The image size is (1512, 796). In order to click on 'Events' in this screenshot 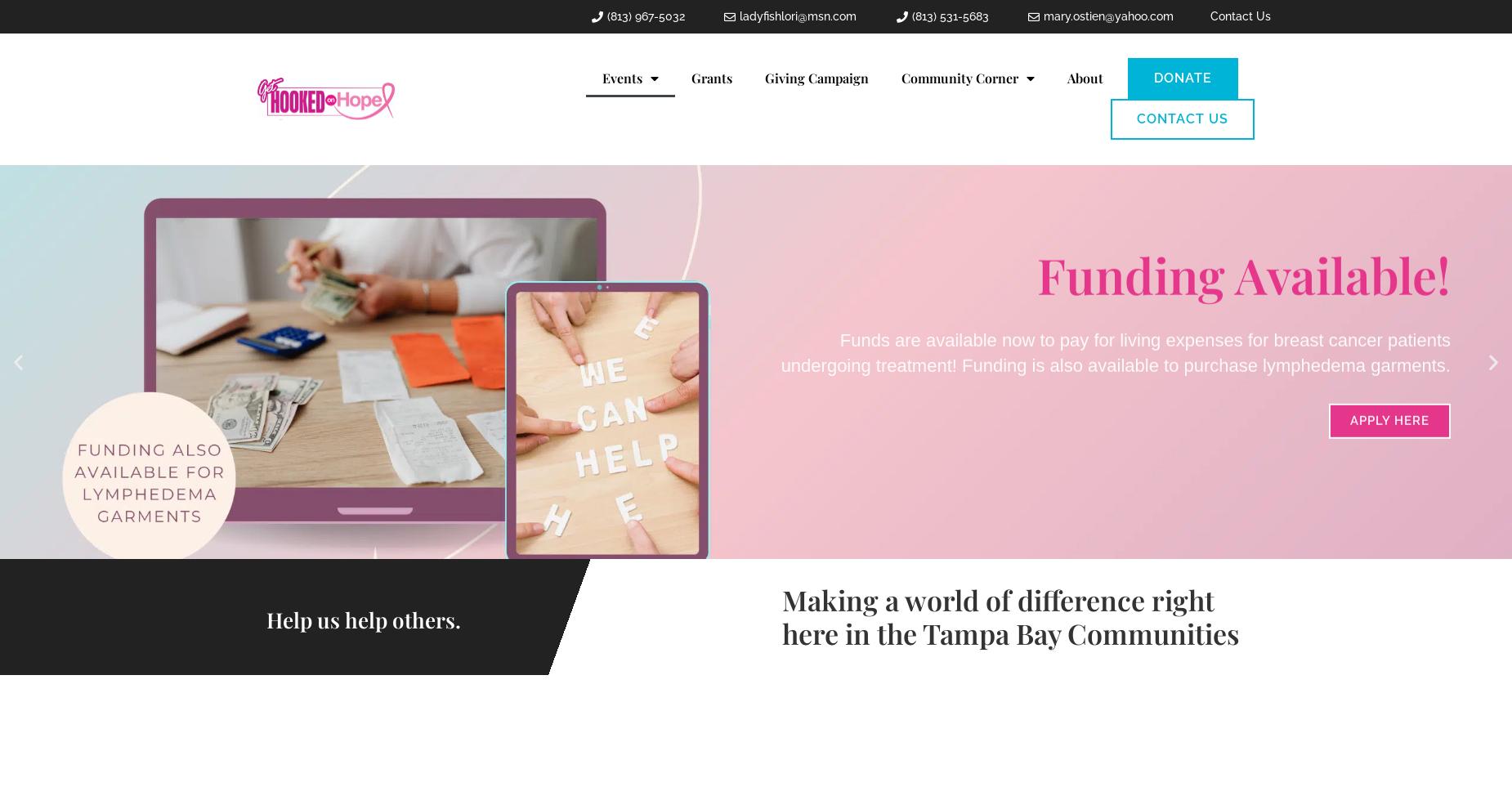, I will do `click(621, 77)`.